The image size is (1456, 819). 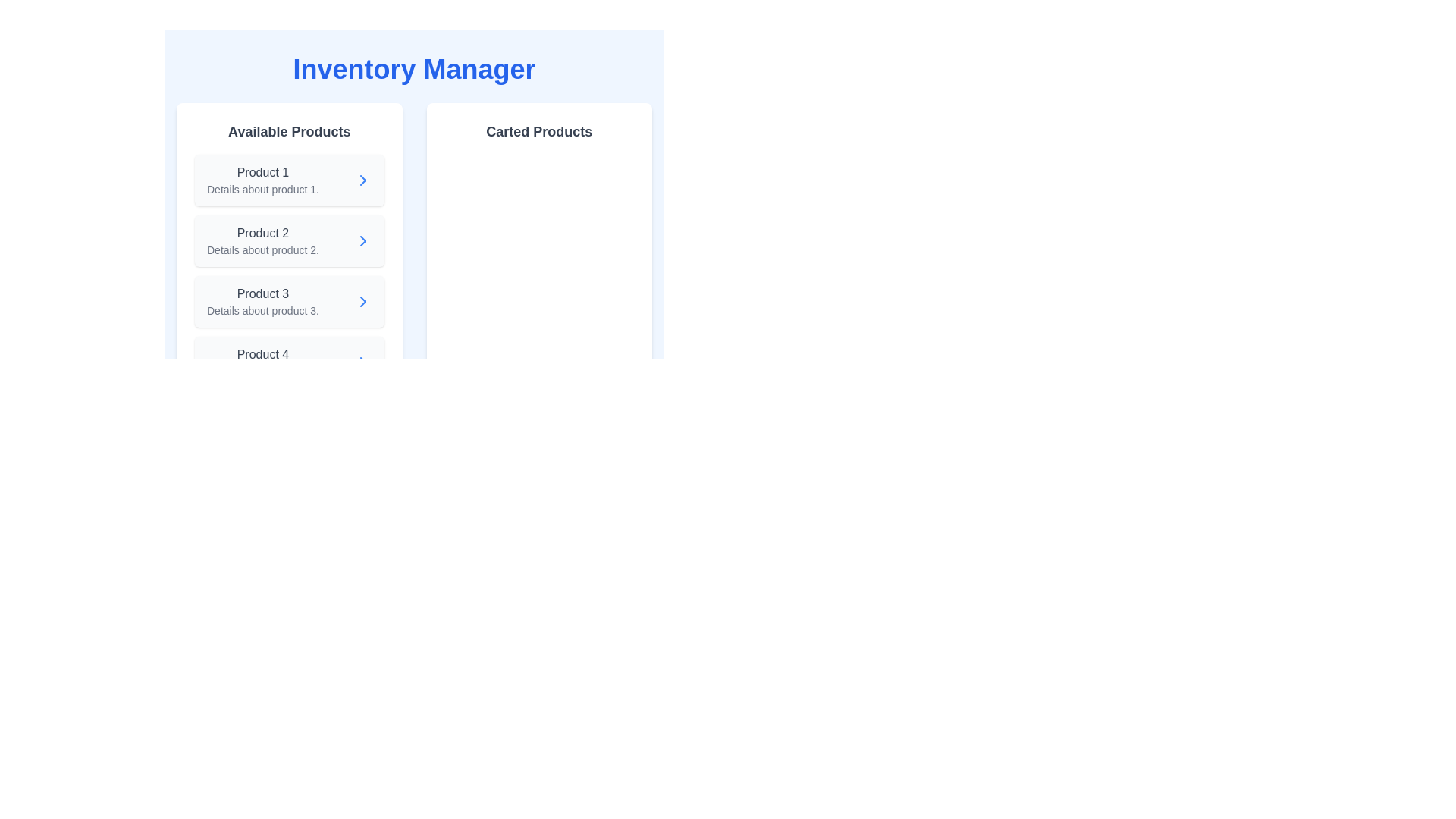 What do you see at coordinates (362, 240) in the screenshot?
I see `the interactive button for 'Product 2' located on the right side of the box containing 'Product 2' and its details` at bounding box center [362, 240].